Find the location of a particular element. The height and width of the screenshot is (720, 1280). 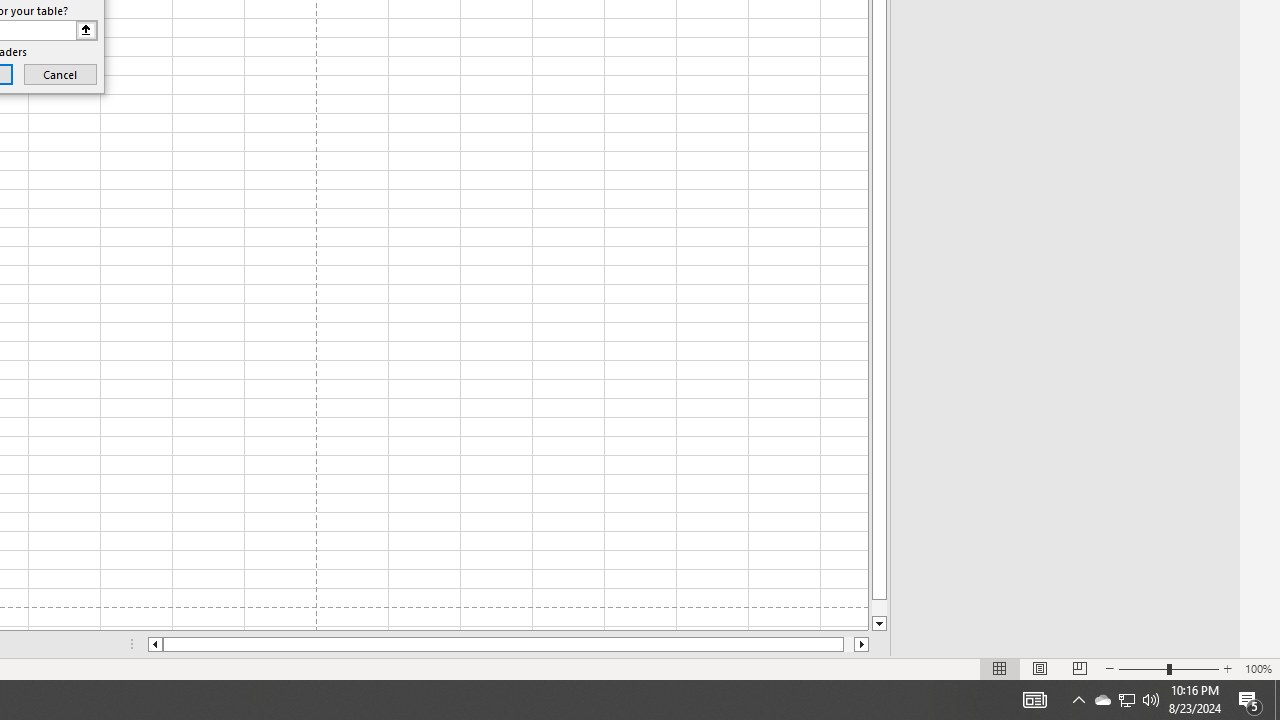

'Zoom Out' is located at coordinates (1143, 669).